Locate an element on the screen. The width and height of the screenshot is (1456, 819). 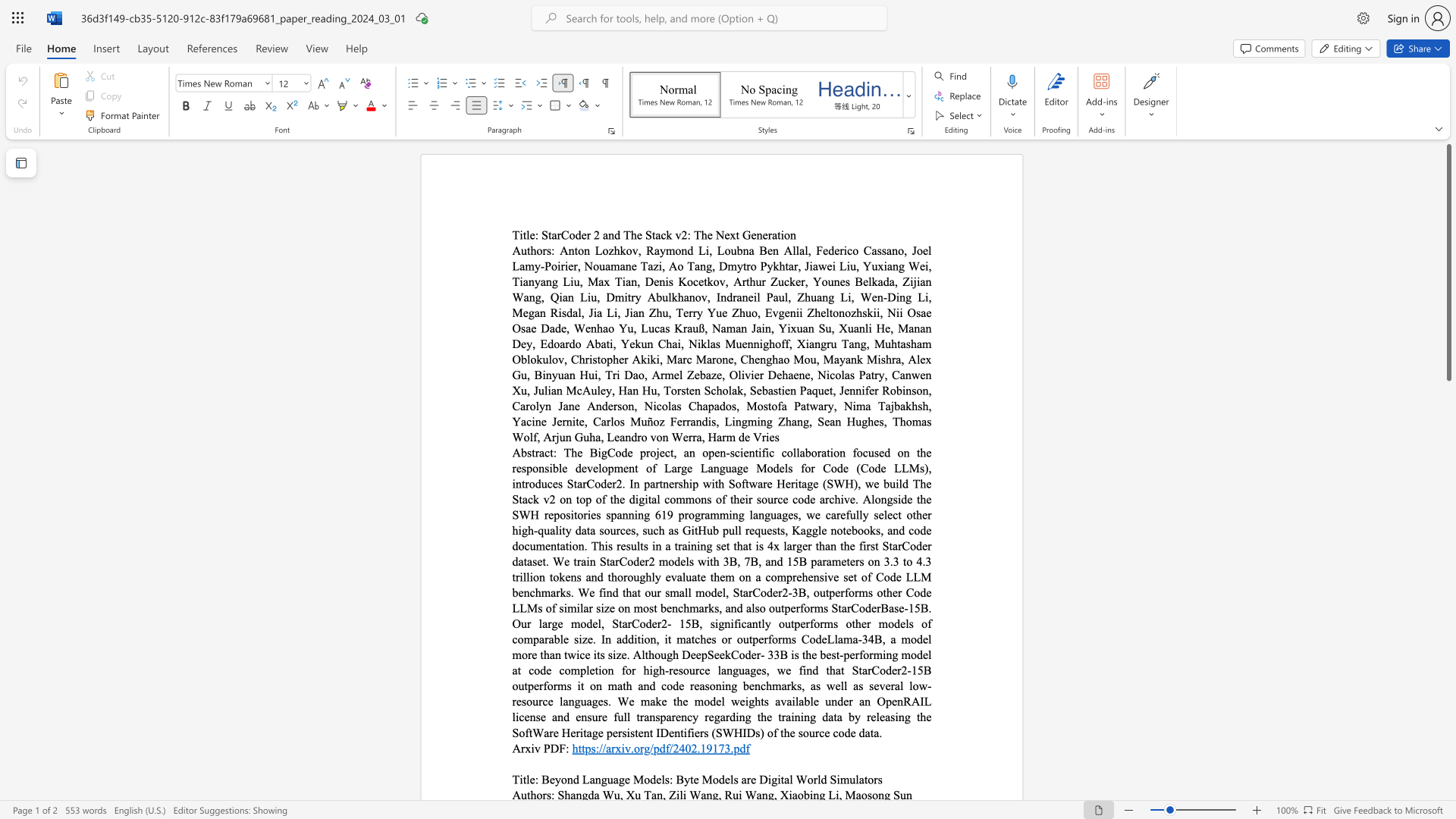
the 8th character "m" in the text is located at coordinates (668, 375).